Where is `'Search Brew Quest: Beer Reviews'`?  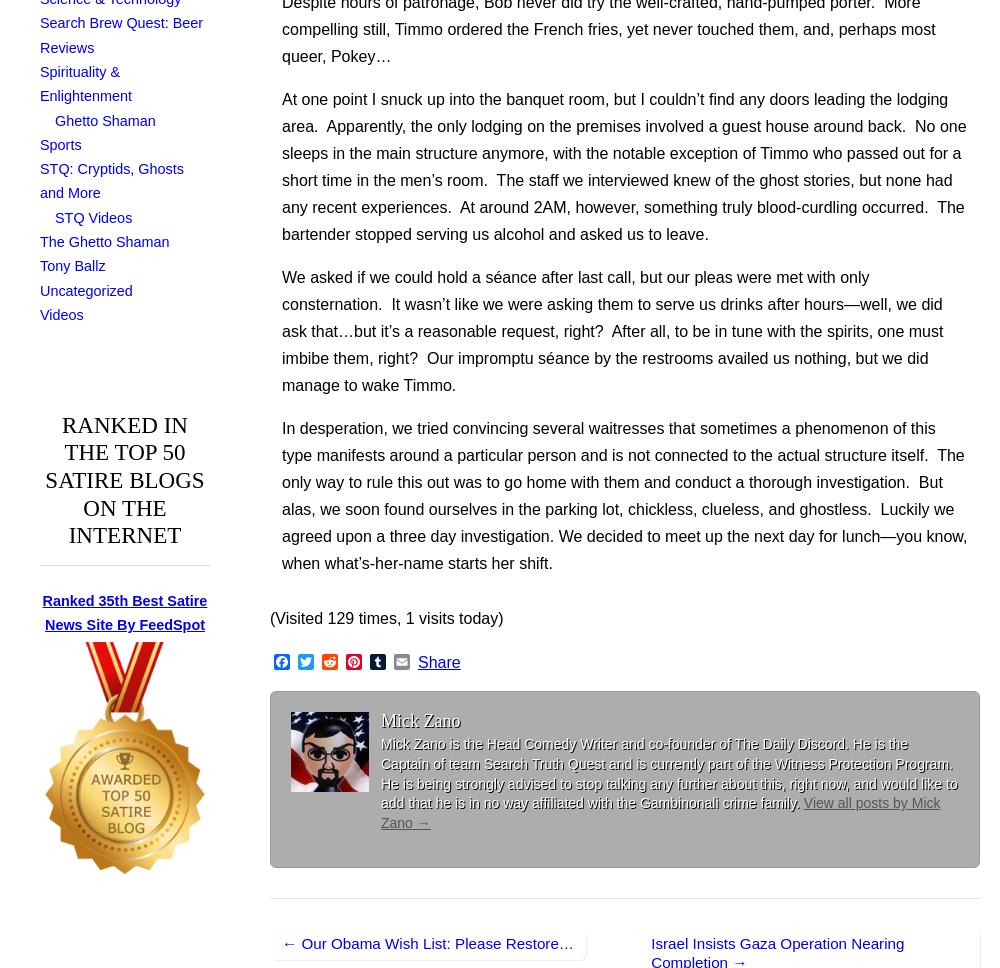 'Search Brew Quest: Beer Reviews' is located at coordinates (120, 35).